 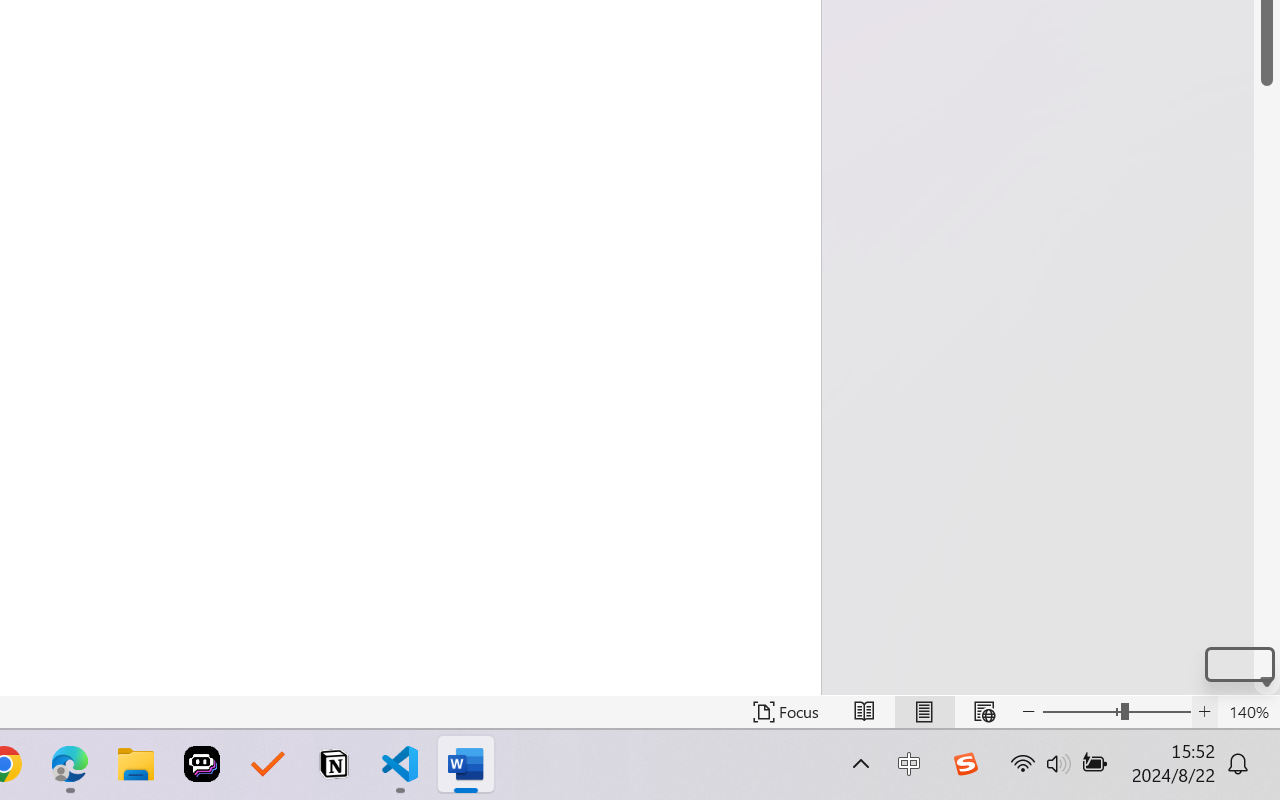 What do you see at coordinates (1248, 711) in the screenshot?
I see `'Zoom 140%'` at bounding box center [1248, 711].